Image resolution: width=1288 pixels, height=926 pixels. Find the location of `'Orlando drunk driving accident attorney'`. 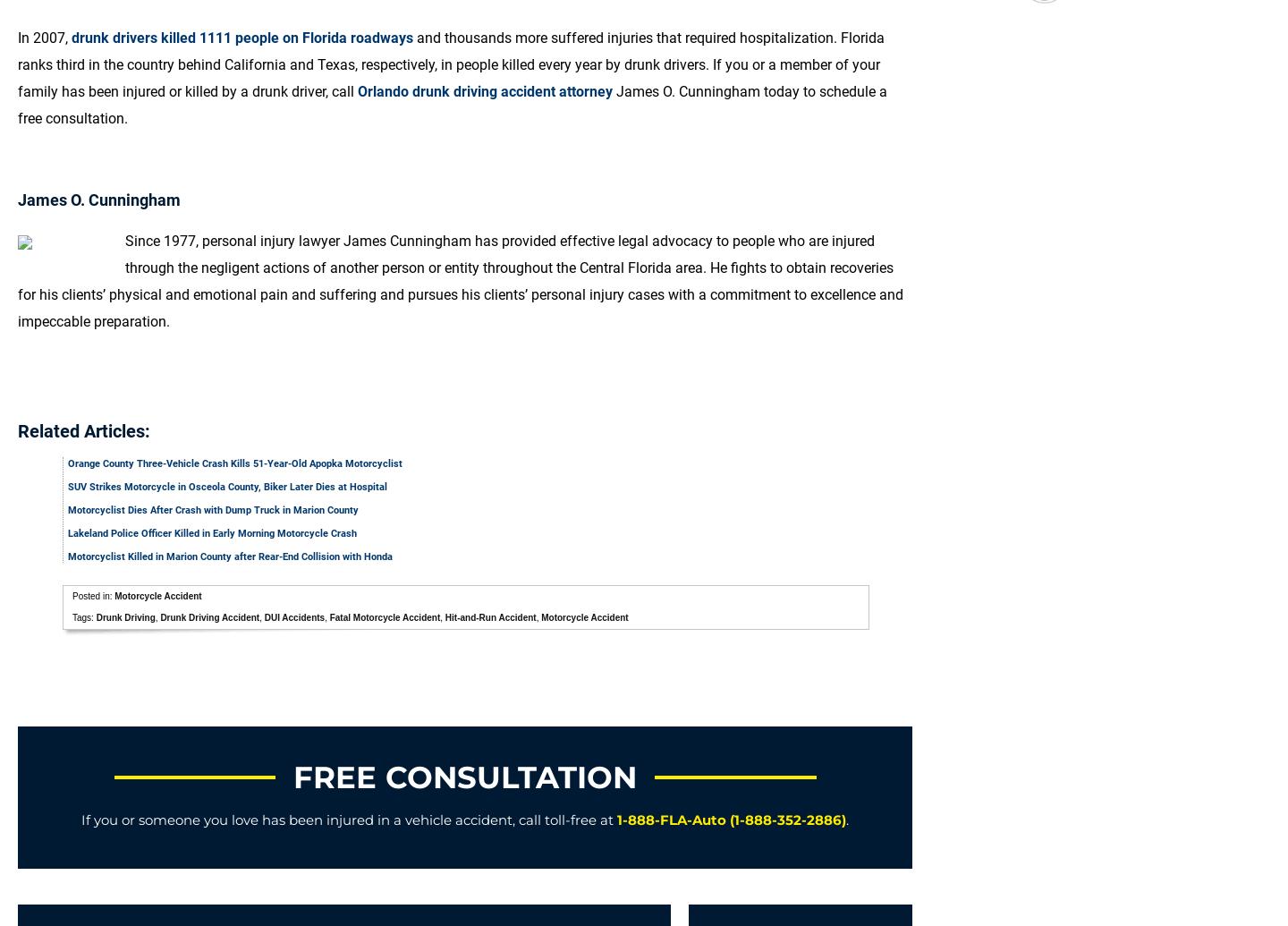

'Orlando drunk driving accident attorney' is located at coordinates (485, 91).